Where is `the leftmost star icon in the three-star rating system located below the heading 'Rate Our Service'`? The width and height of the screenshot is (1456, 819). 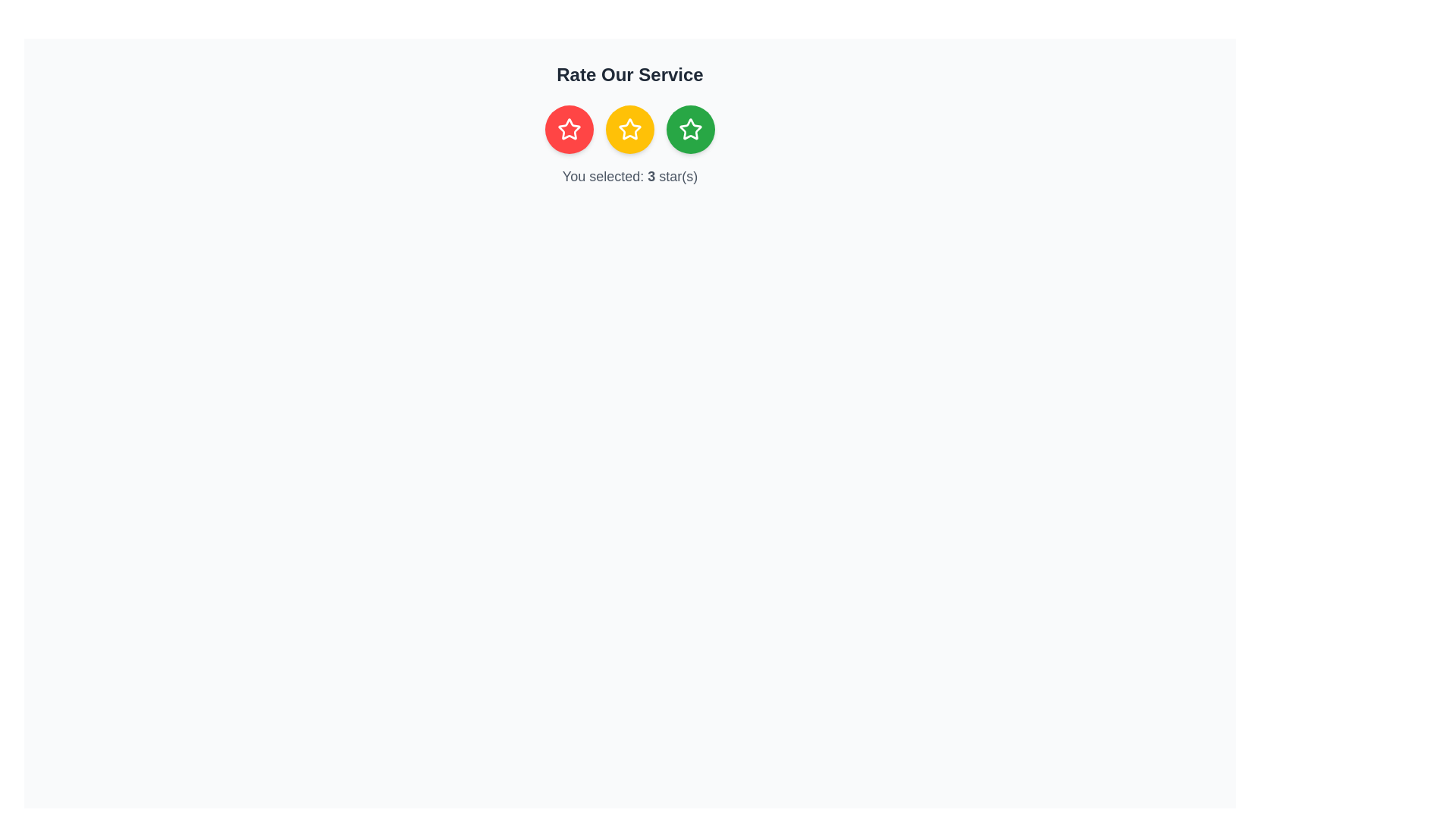 the leftmost star icon in the three-star rating system located below the heading 'Rate Our Service' is located at coordinates (567, 127).